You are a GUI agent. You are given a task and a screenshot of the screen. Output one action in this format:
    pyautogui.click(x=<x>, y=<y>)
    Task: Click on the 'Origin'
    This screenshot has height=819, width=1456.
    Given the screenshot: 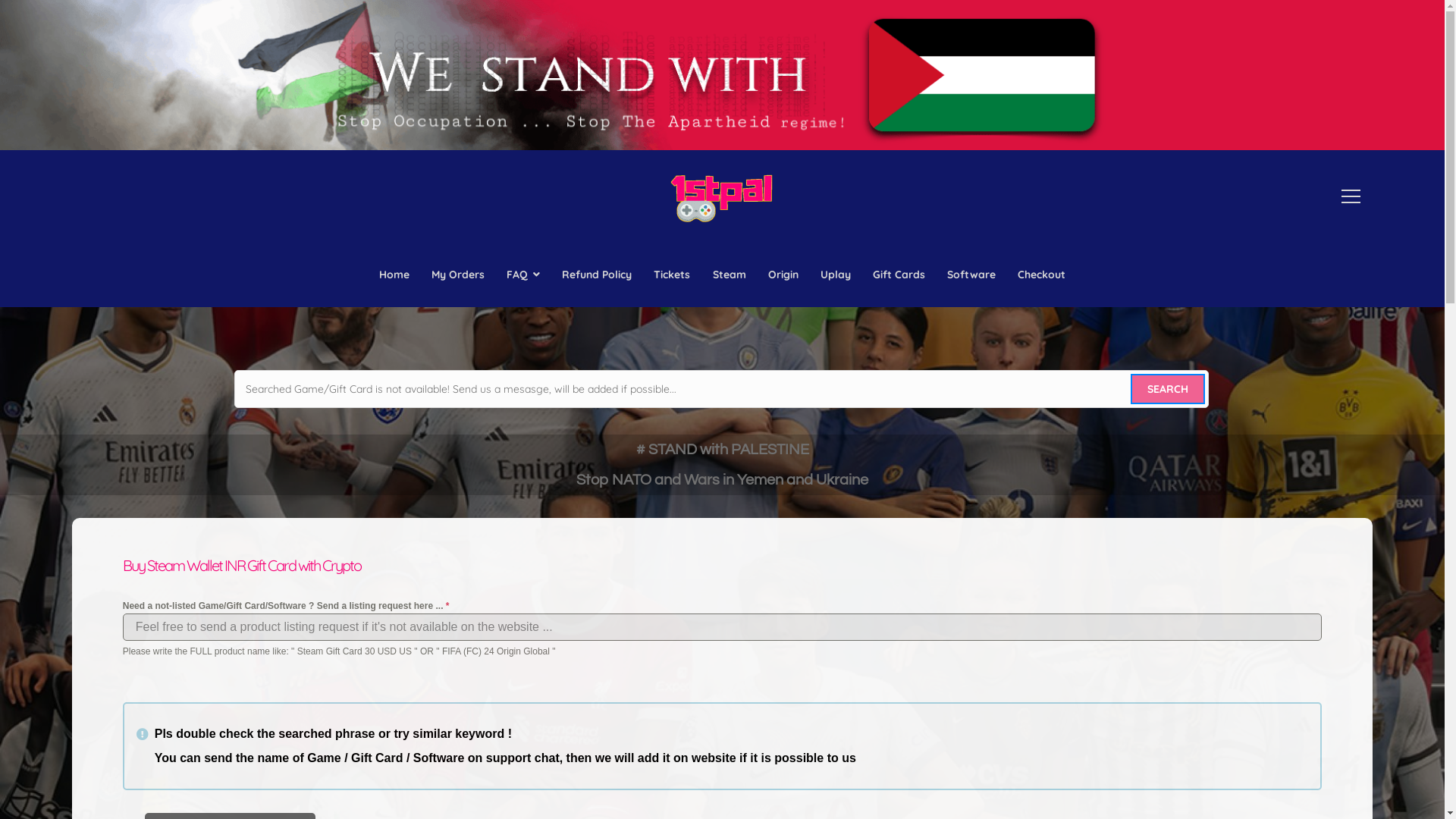 What is the action you would take?
    pyautogui.click(x=761, y=275)
    